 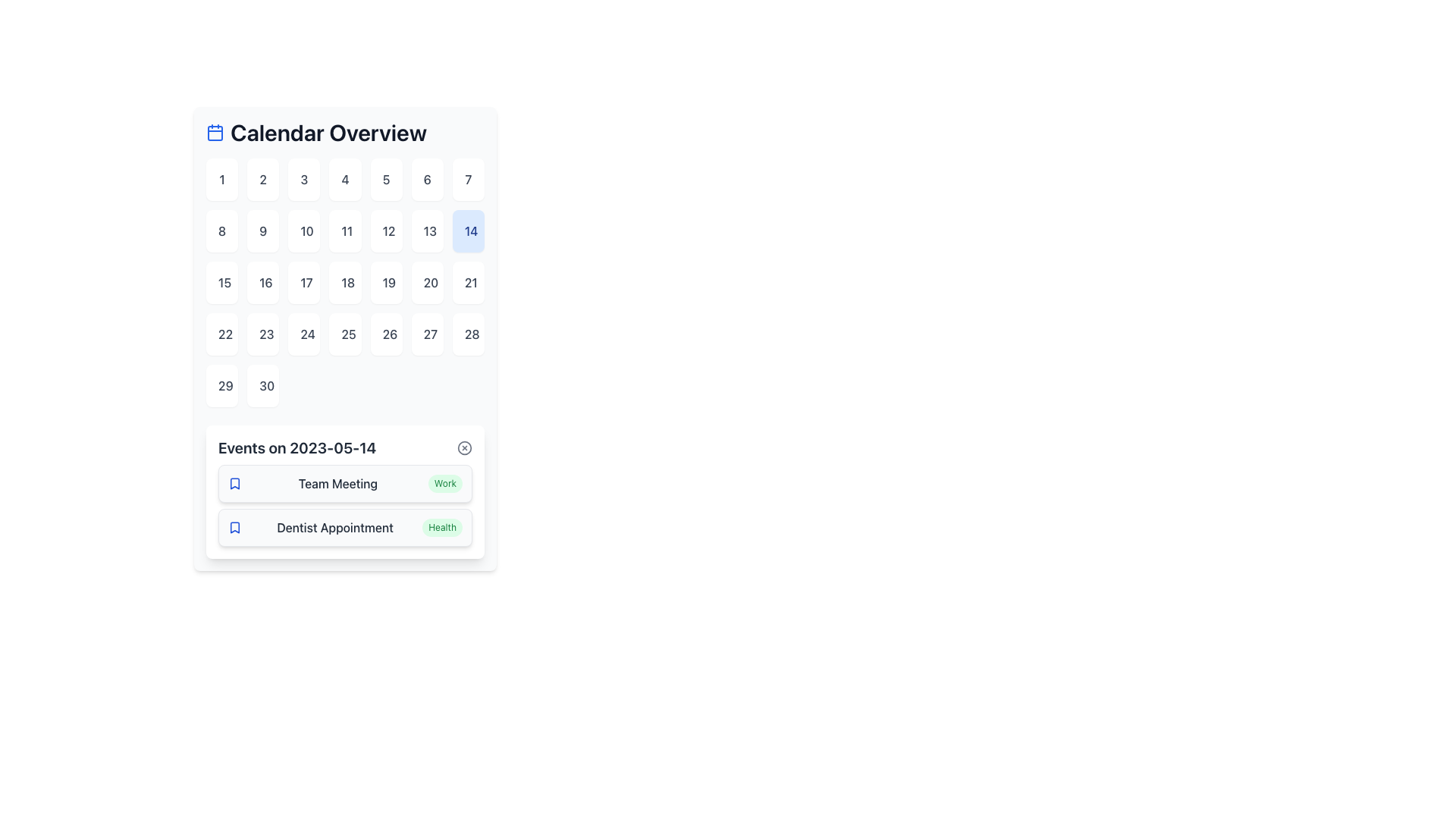 What do you see at coordinates (344, 506) in the screenshot?
I see `the second item in the list of categorized events displayed under the title 'Events on 2023-05-14'` at bounding box center [344, 506].